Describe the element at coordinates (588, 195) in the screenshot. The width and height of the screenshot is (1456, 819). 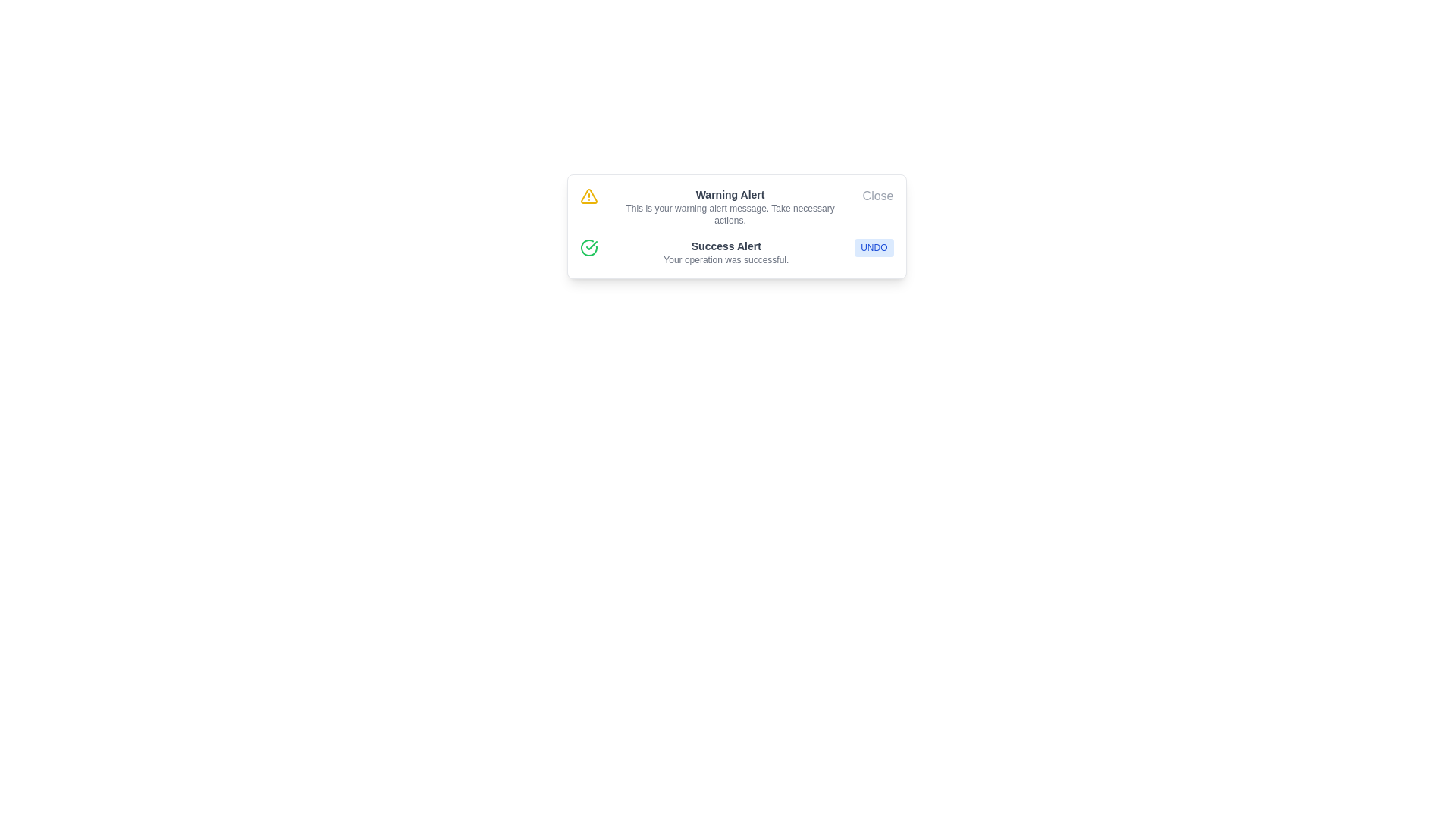
I see `the warning alert icon located at the top left of the warning alert box, which symbolizes caution or potential issues` at that location.